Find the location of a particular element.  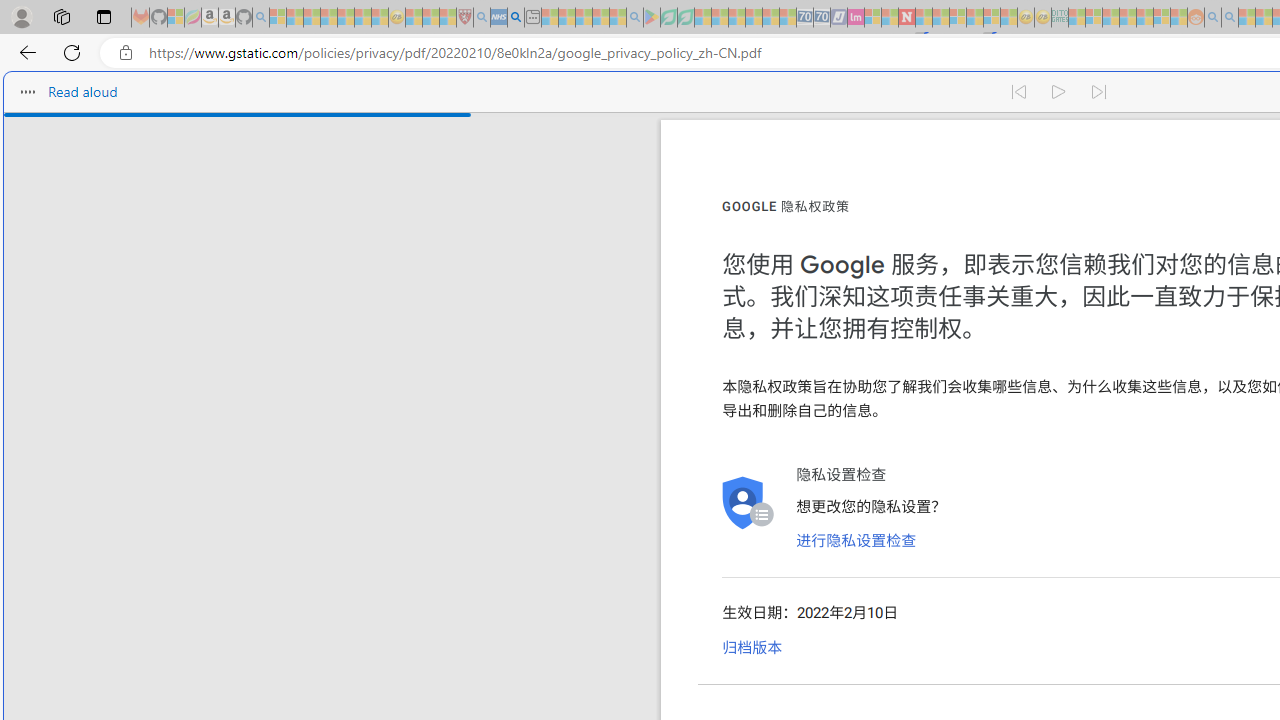

'Read previous paragraph' is located at coordinates (1018, 92).